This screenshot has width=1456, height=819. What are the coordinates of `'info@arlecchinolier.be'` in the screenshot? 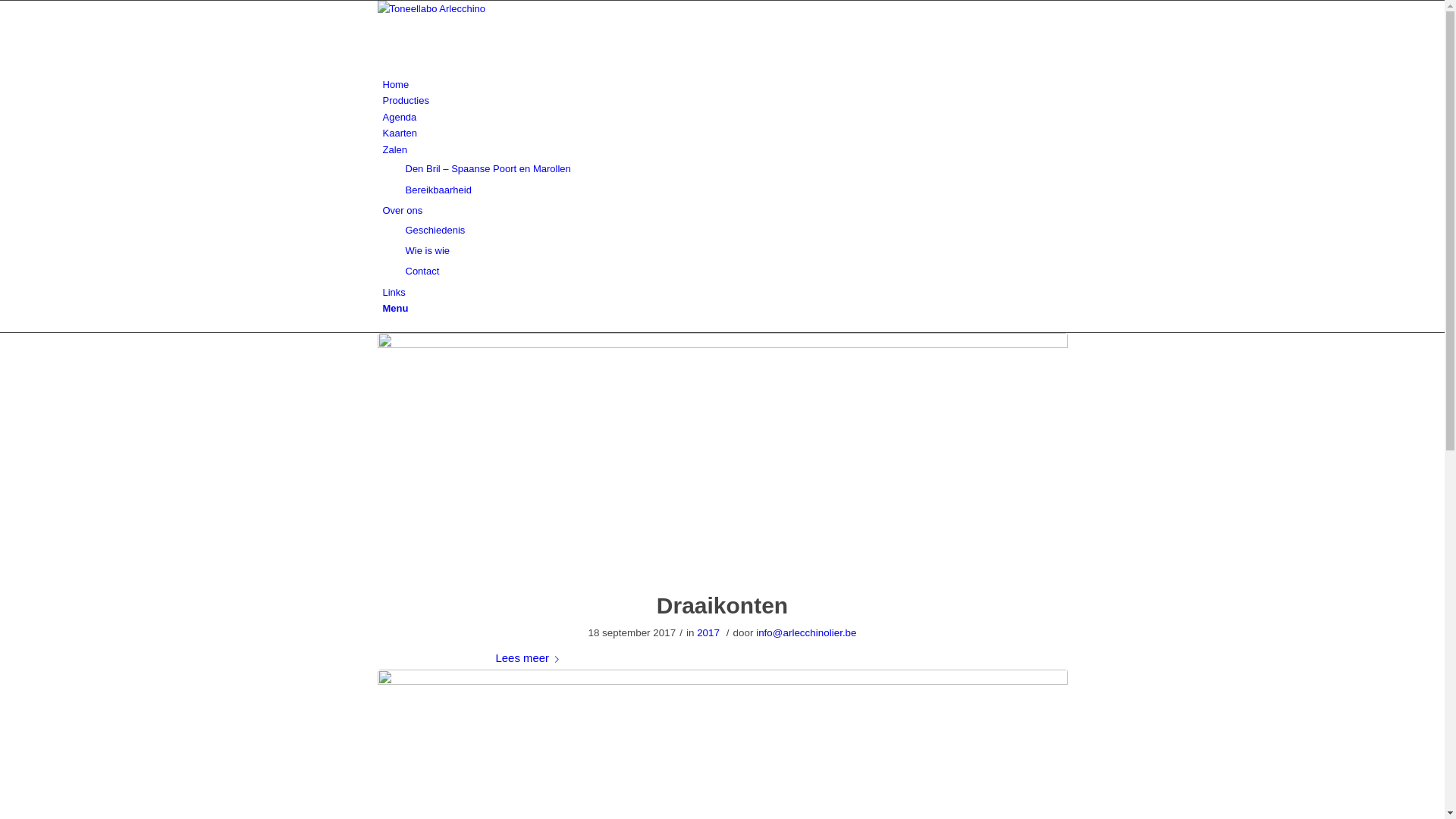 It's located at (805, 632).